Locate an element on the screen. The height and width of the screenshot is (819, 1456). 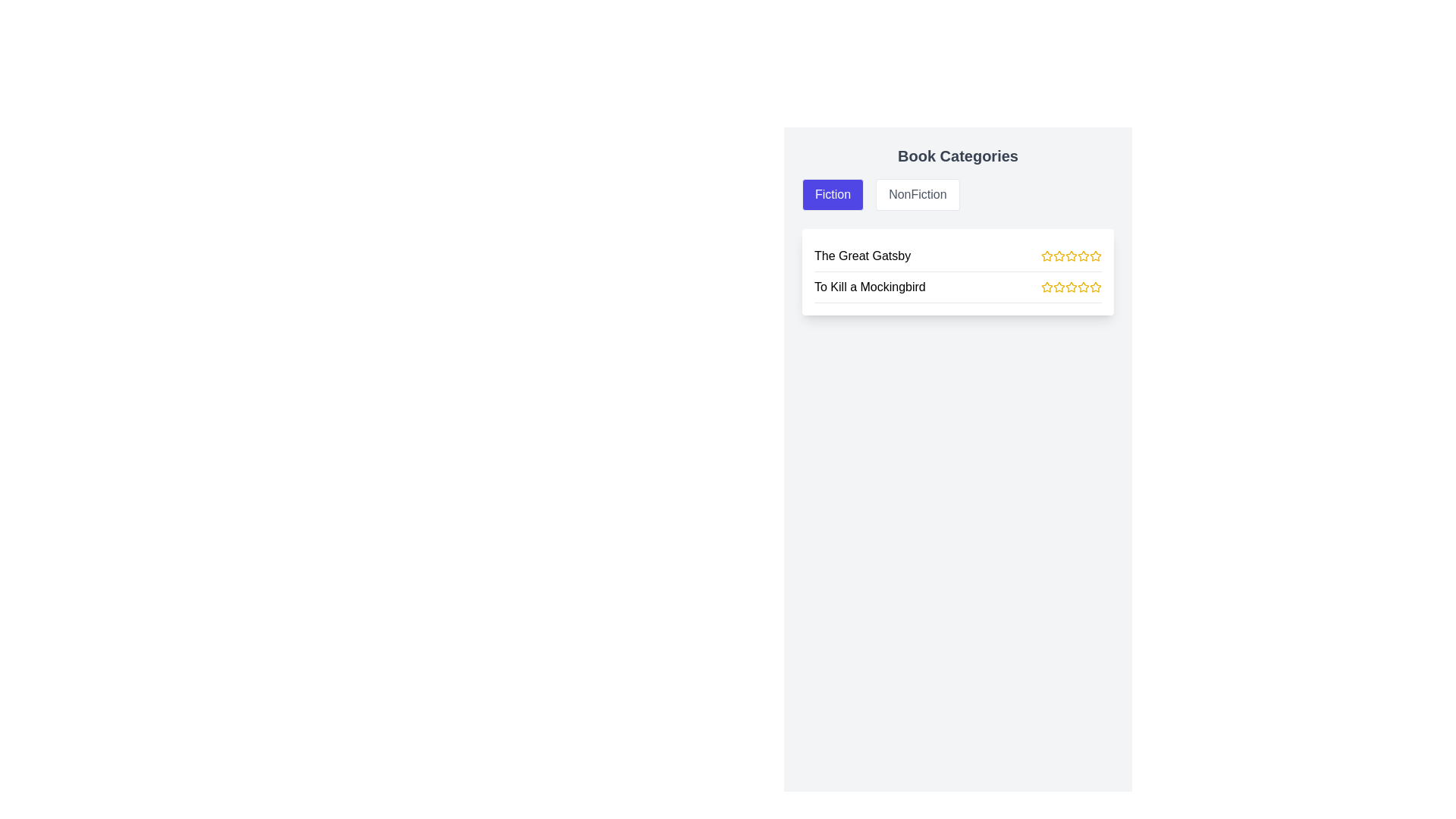
the first star icon in the rating system for 'The Great Gatsby' to rate it is located at coordinates (1046, 254).